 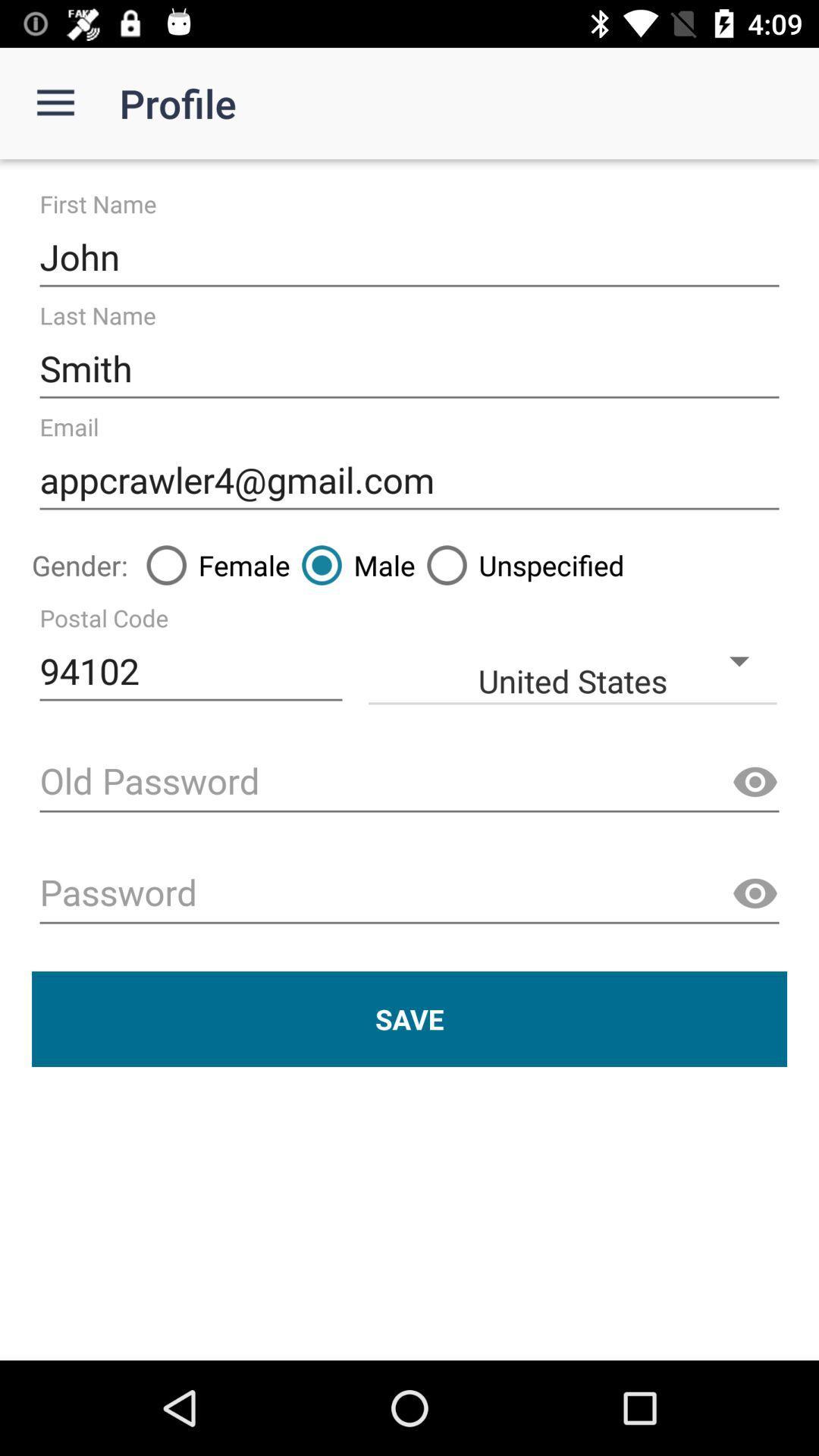 What do you see at coordinates (353, 564) in the screenshot?
I see `male item` at bounding box center [353, 564].